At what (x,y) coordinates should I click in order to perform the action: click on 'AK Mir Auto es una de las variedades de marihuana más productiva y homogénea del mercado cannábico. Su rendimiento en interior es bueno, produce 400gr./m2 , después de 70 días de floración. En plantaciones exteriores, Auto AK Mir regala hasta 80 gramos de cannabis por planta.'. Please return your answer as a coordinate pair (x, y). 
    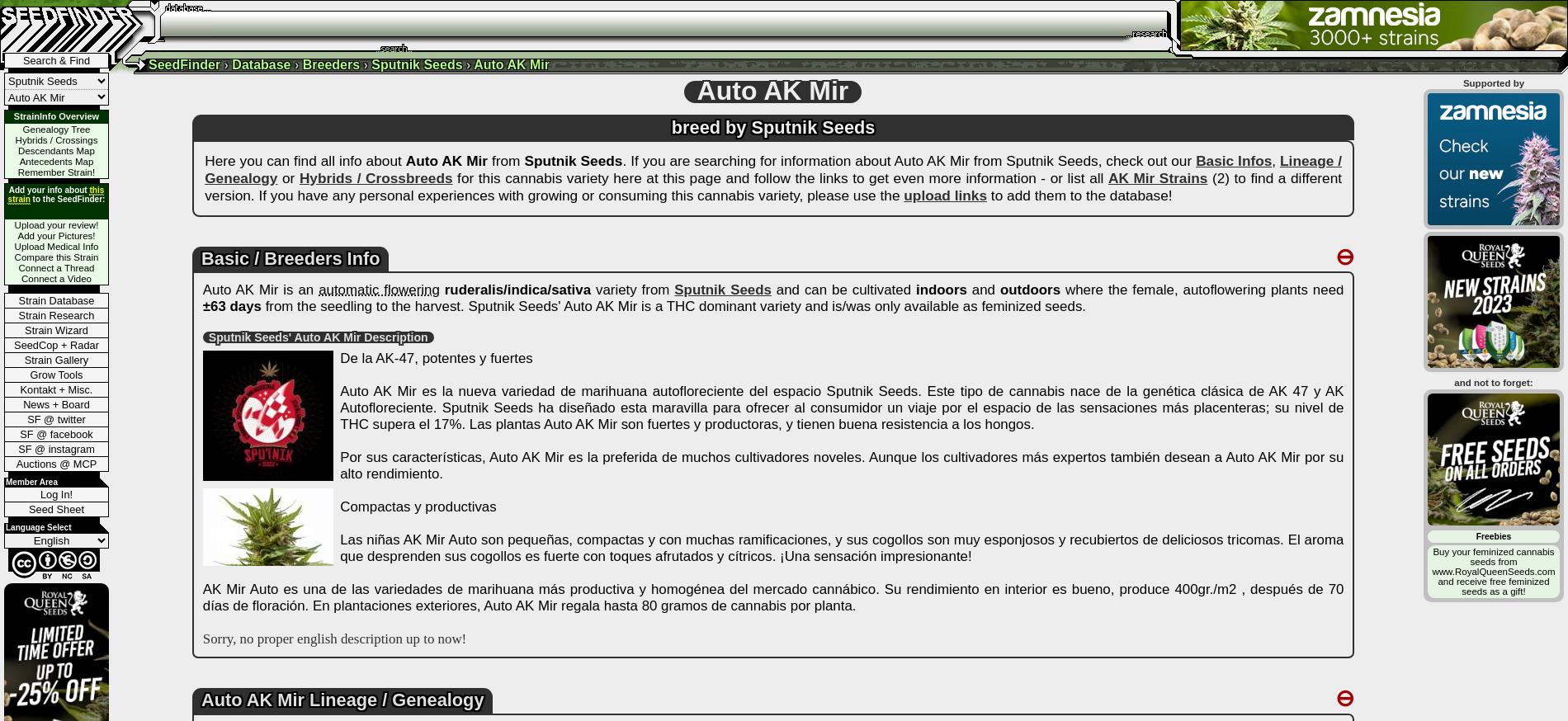
    Looking at the image, I should click on (772, 597).